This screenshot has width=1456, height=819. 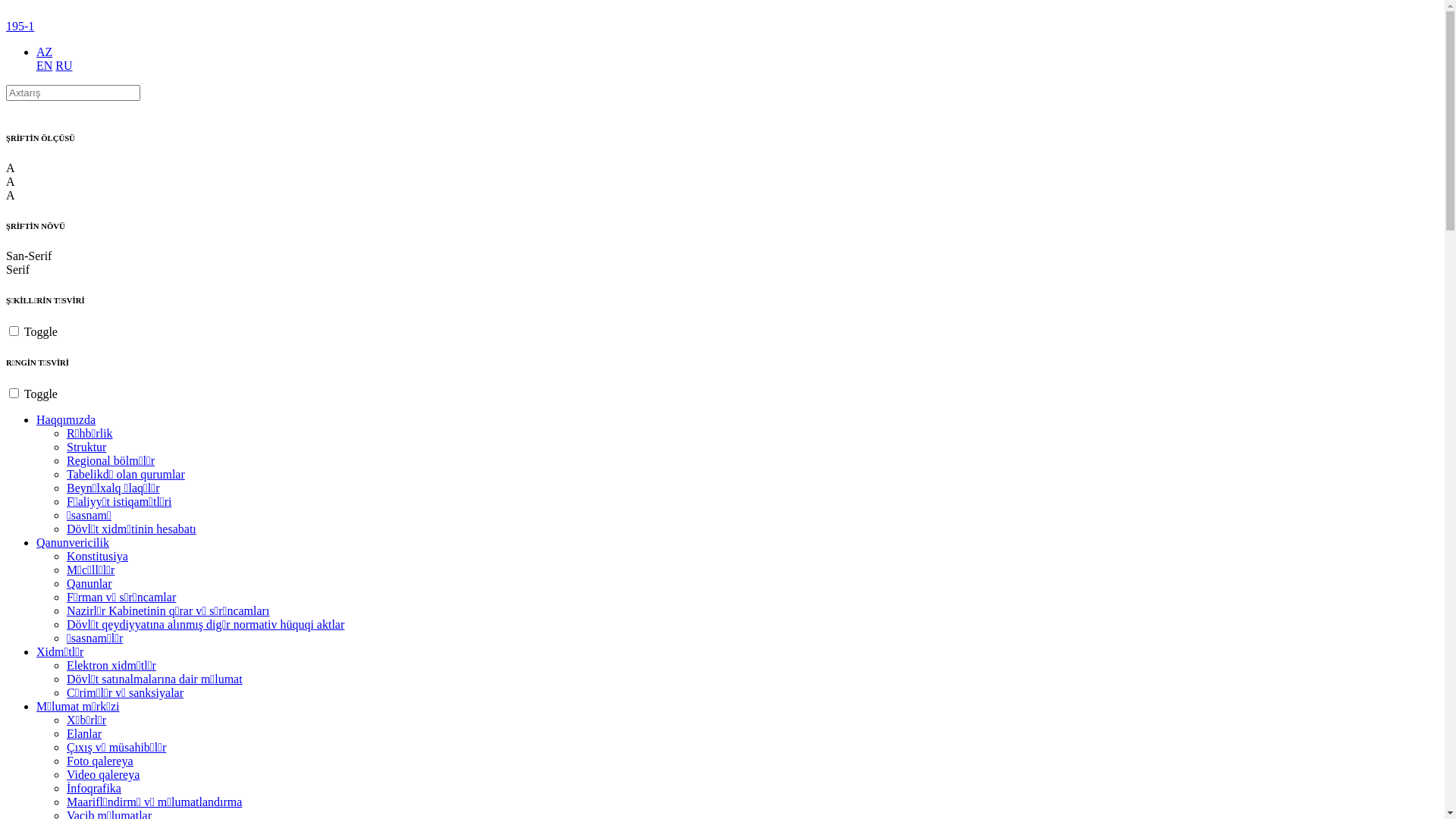 I want to click on 'Konstitusiya', so click(x=65, y=556).